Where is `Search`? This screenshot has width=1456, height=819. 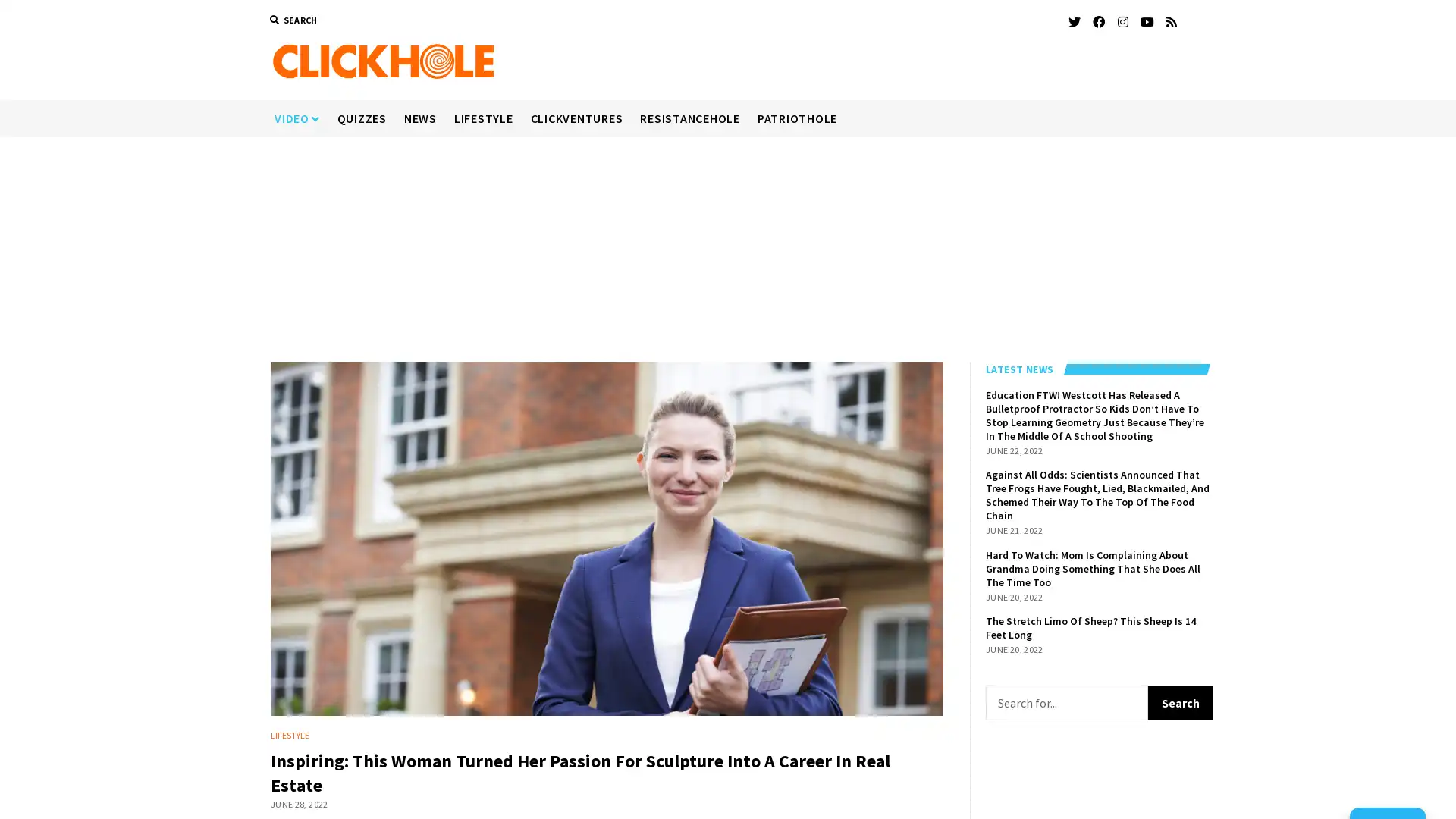
Search is located at coordinates (1179, 702).